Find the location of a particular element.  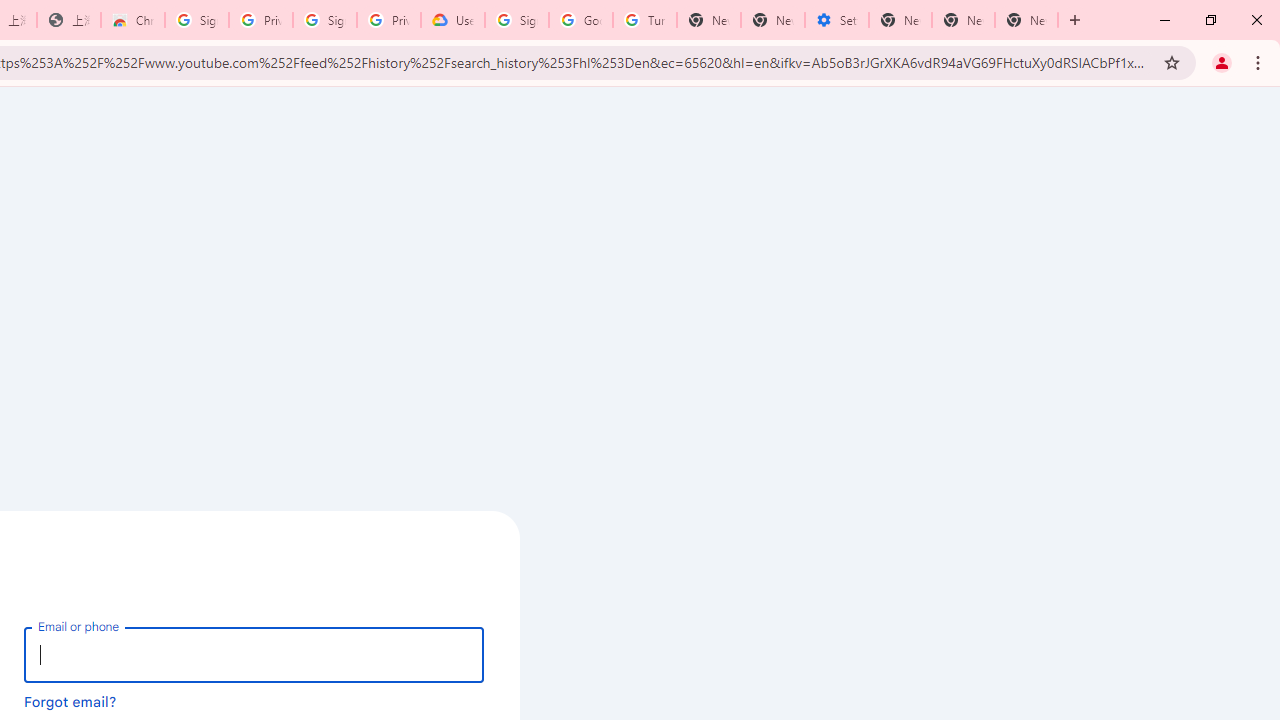

'Chrome Web Store - Color themes by Chrome' is located at coordinates (132, 20).